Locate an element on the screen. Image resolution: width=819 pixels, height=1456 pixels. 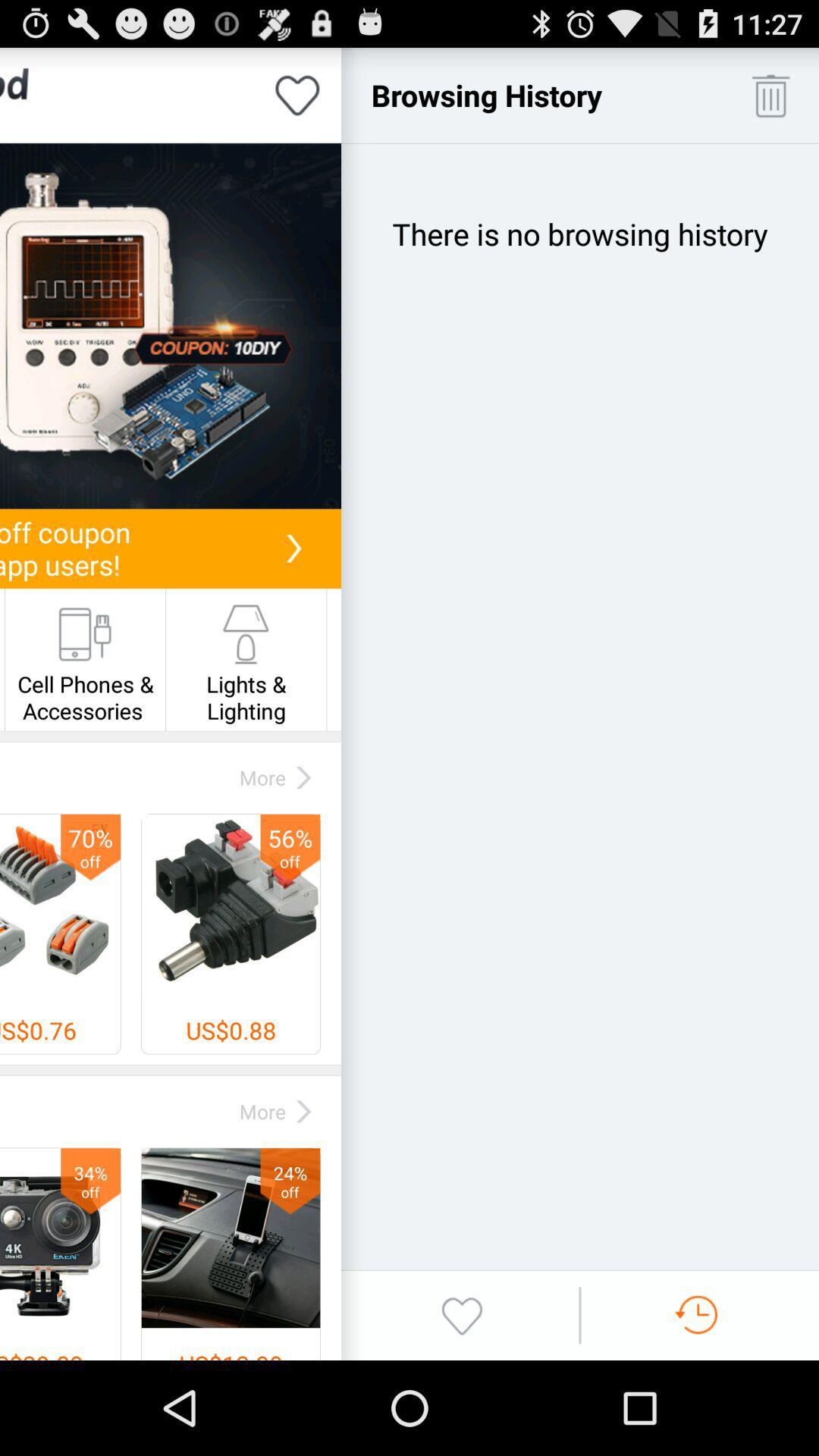
trash is located at coordinates (770, 94).